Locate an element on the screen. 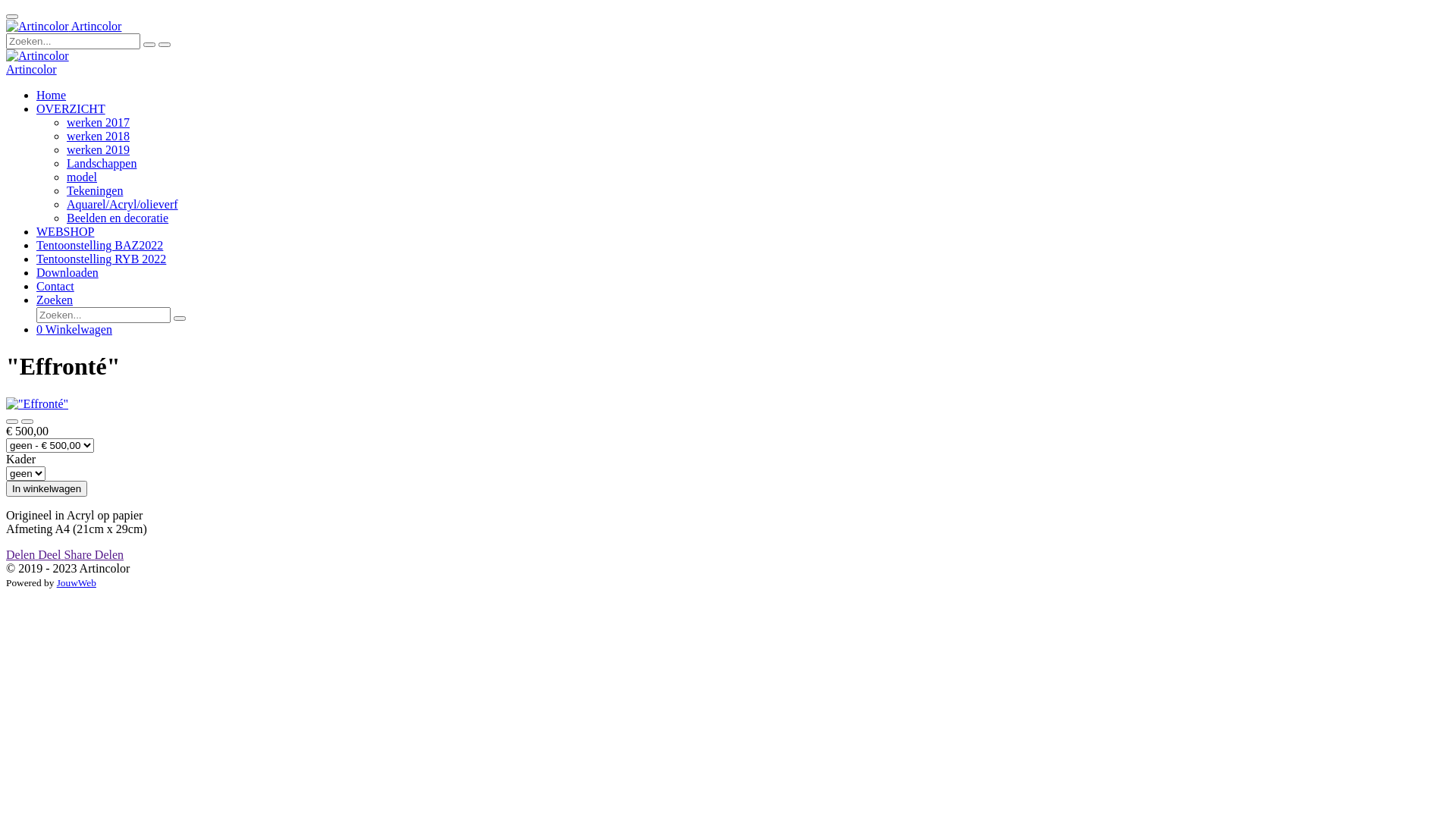  'Zoeken' is located at coordinates (55, 300).